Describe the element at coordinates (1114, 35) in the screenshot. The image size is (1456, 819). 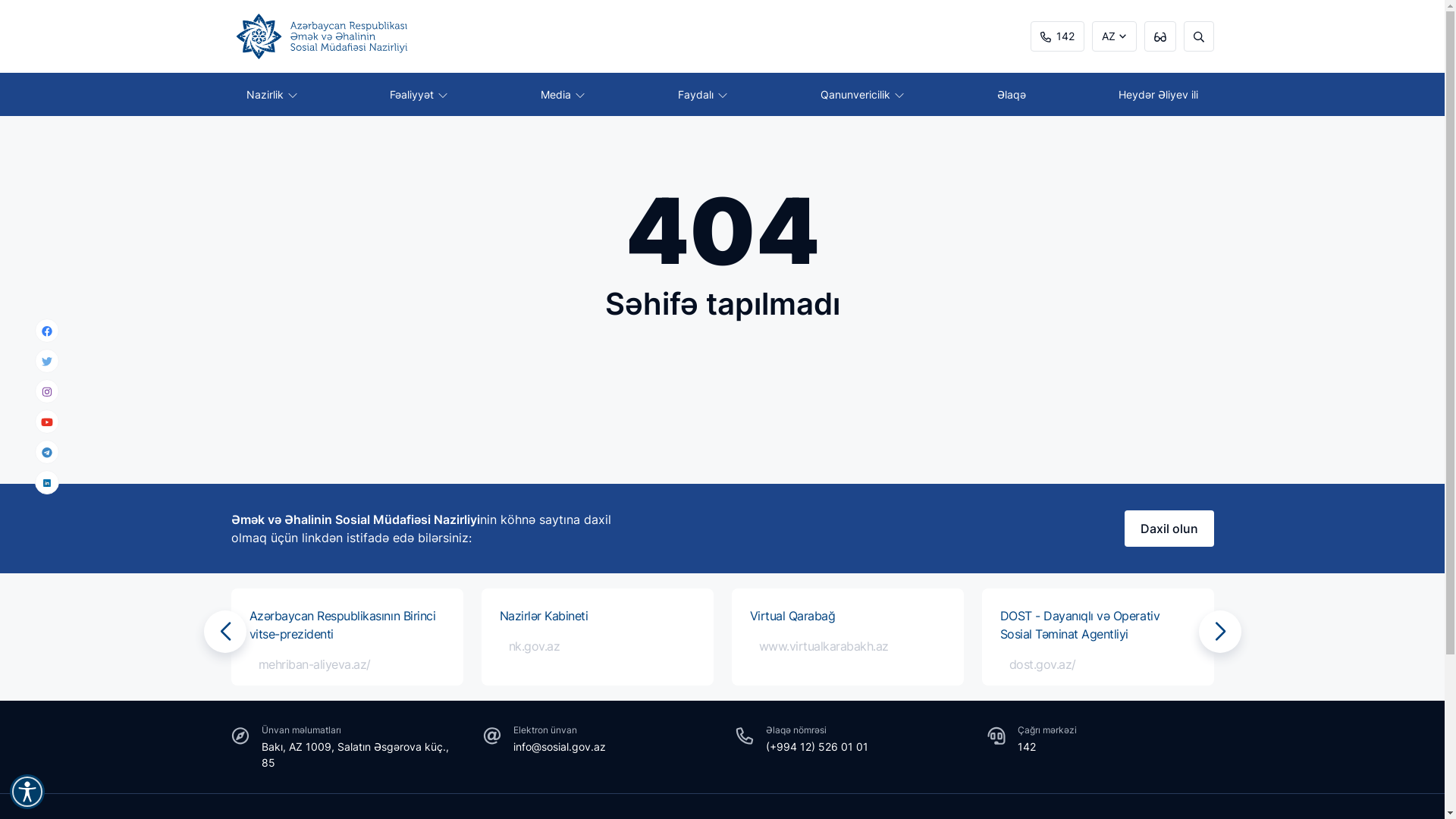
I see `'AZ'` at that location.